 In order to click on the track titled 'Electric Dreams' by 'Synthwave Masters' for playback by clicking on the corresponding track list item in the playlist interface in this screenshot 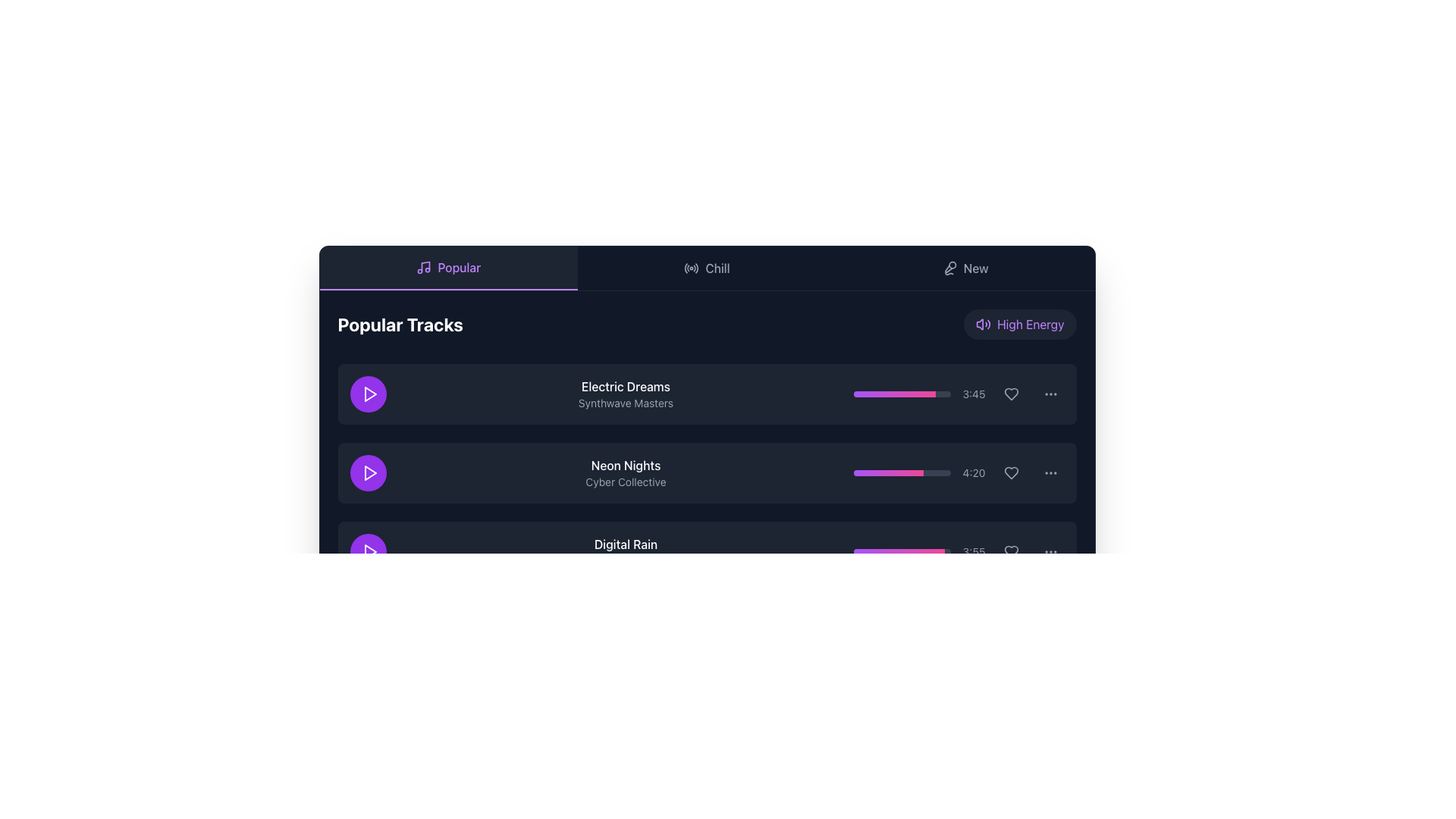, I will do `click(706, 394)`.